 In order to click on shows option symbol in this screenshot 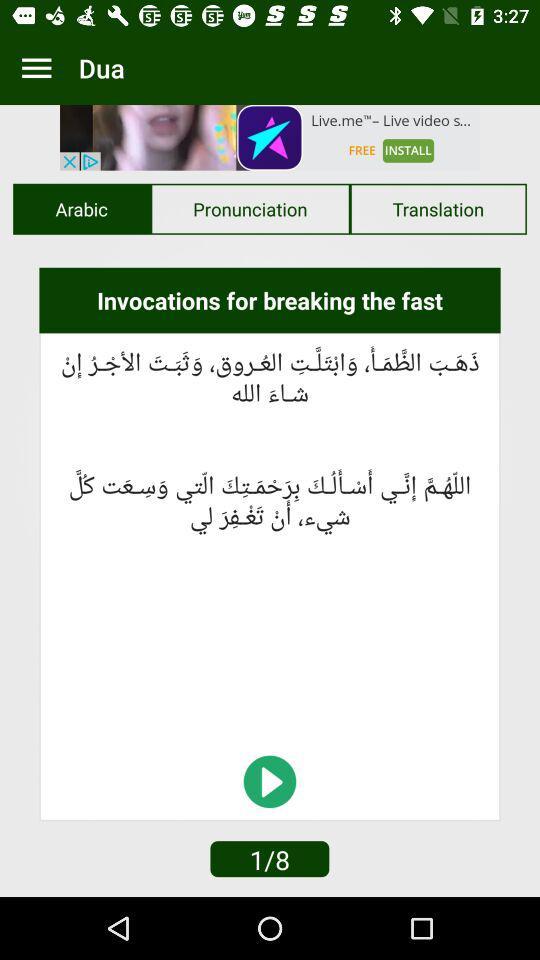, I will do `click(36, 68)`.